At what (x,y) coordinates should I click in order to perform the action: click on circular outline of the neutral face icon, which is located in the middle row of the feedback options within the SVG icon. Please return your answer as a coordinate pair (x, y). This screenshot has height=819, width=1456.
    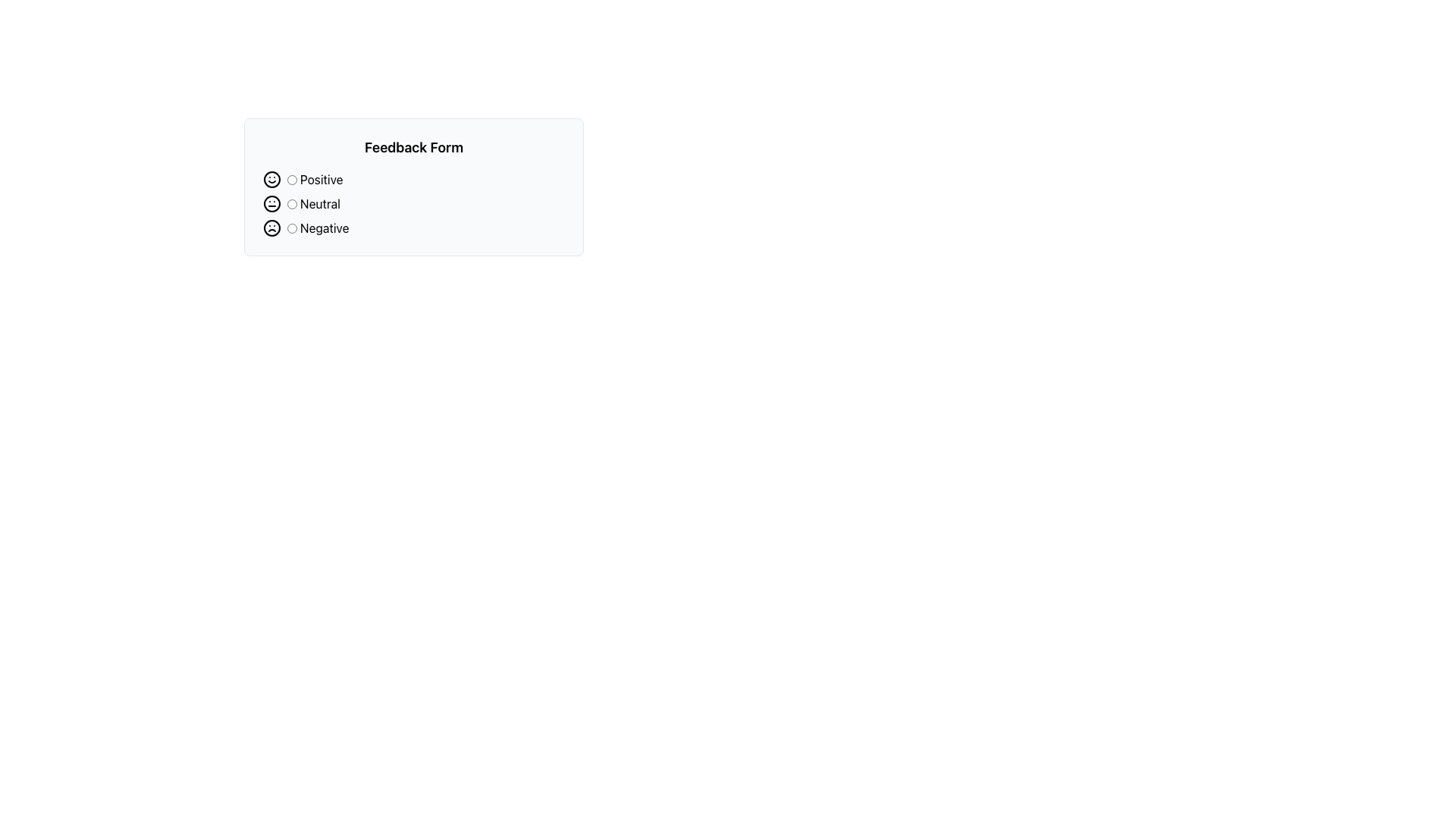
    Looking at the image, I should click on (272, 203).